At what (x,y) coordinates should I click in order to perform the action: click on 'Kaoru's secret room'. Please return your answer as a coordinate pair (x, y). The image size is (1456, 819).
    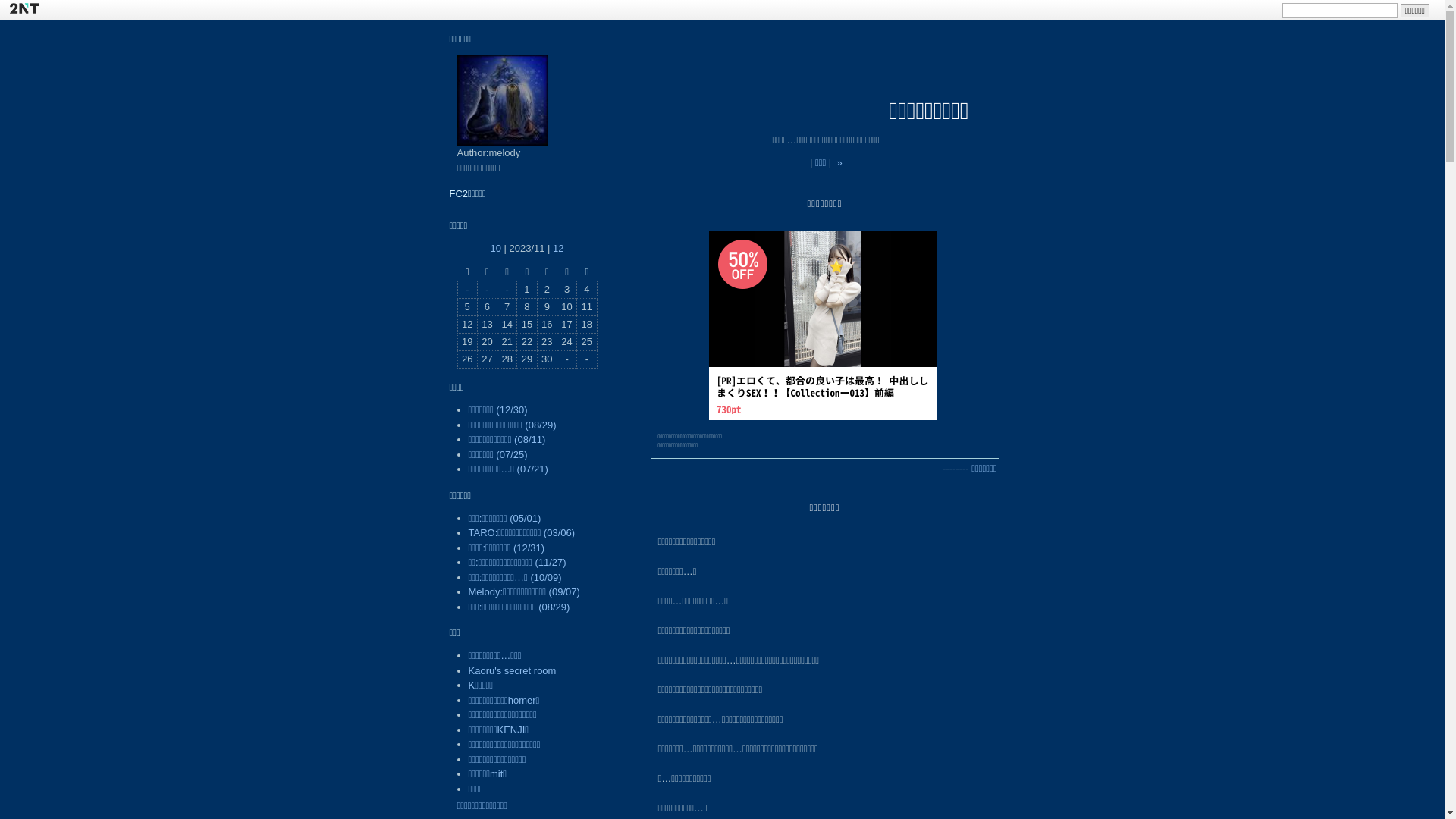
    Looking at the image, I should click on (513, 670).